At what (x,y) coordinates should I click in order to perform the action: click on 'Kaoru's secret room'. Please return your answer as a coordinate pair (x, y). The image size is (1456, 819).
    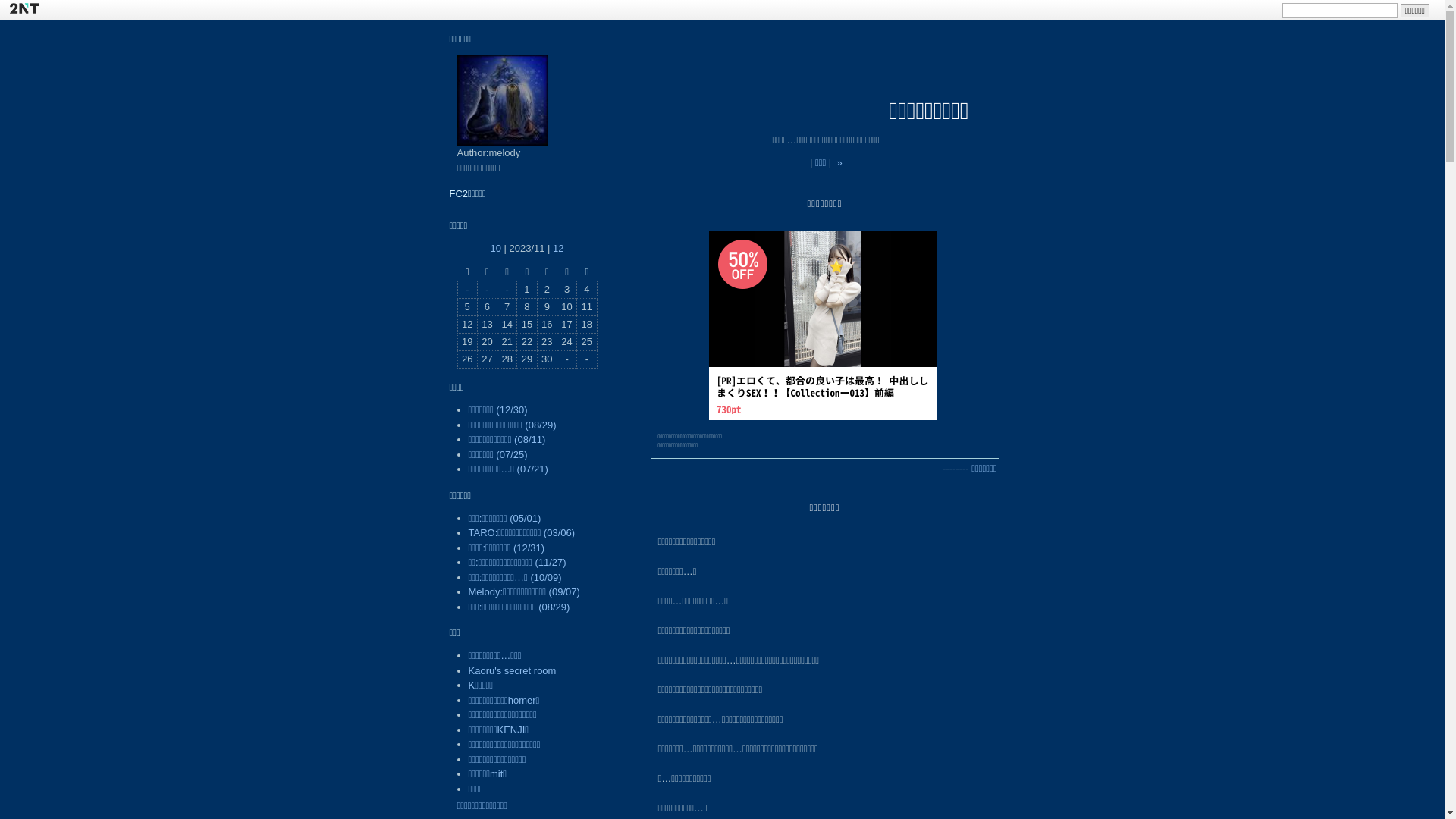
    Looking at the image, I should click on (513, 670).